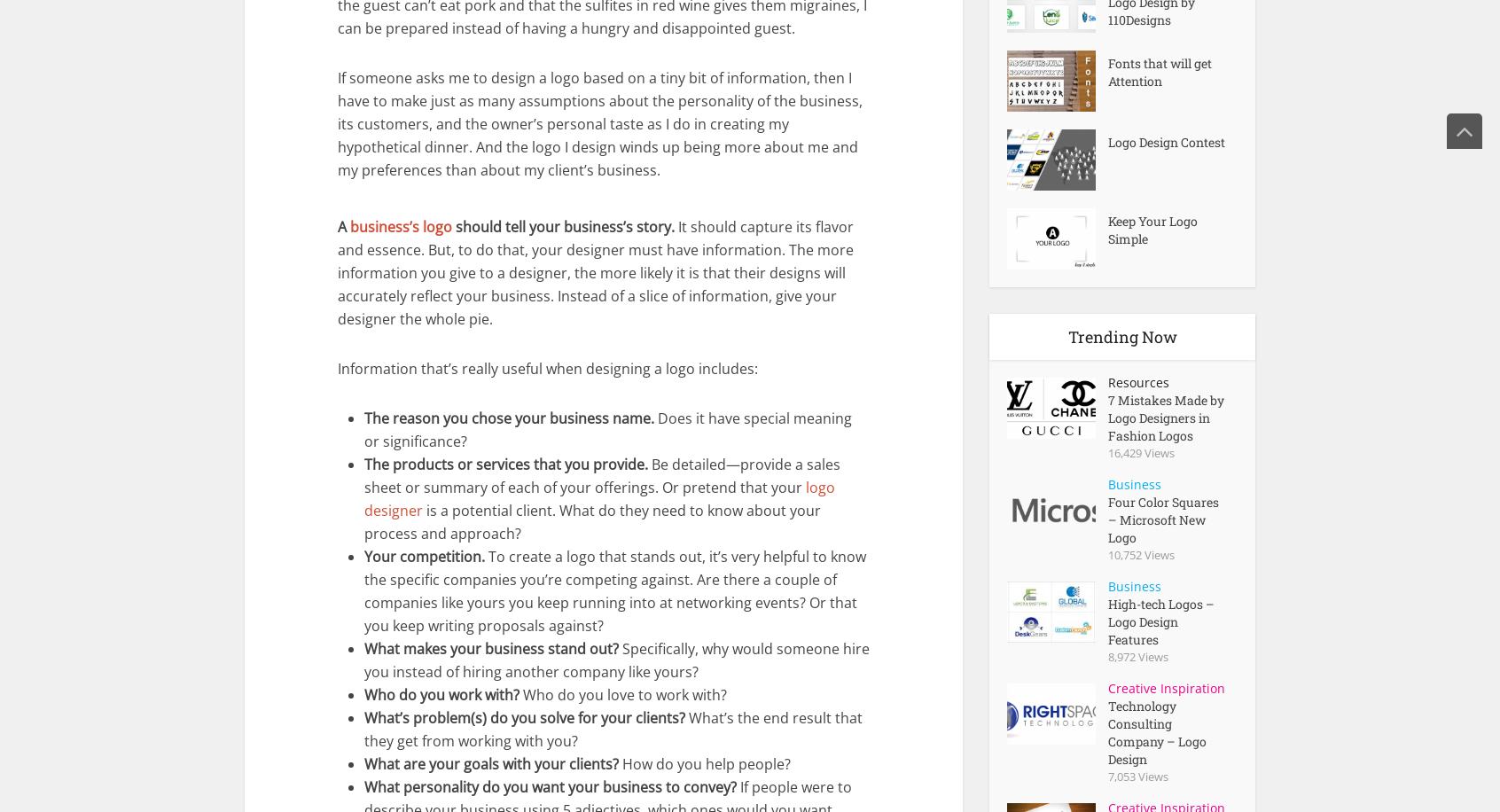 This screenshot has width=1500, height=812. I want to click on '10,752 Views', so click(1140, 553).